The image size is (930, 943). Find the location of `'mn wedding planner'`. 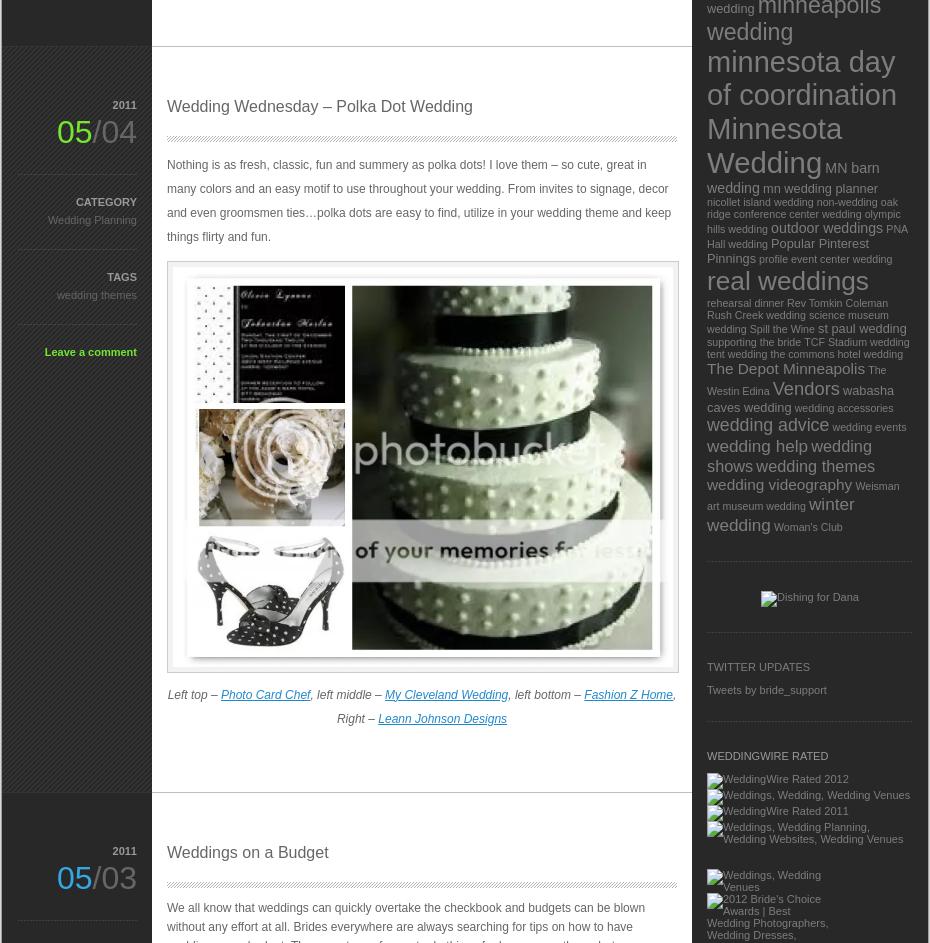

'mn wedding planner' is located at coordinates (818, 187).